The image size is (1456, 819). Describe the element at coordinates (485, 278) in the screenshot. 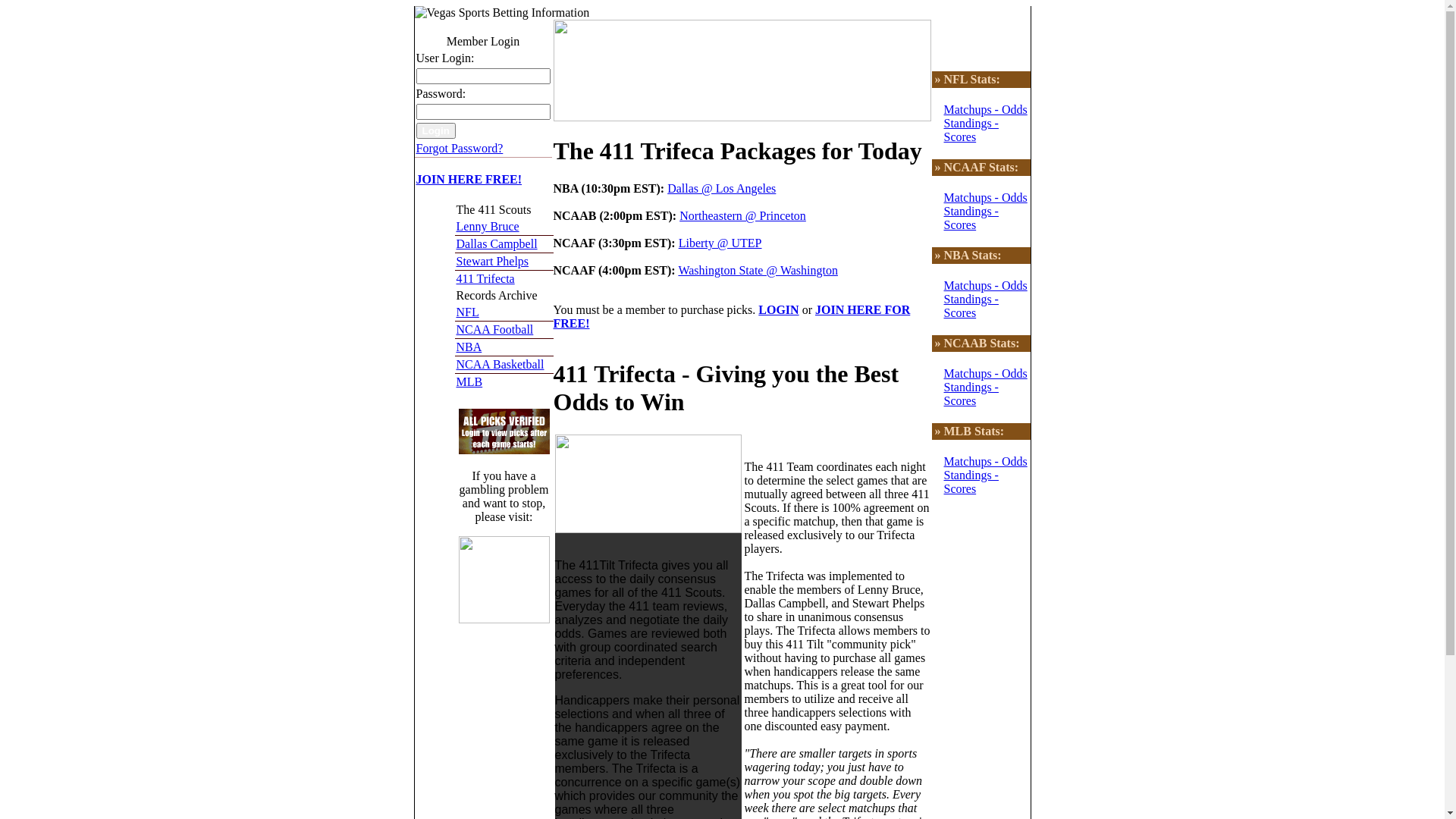

I see `'411 Trifecta'` at that location.